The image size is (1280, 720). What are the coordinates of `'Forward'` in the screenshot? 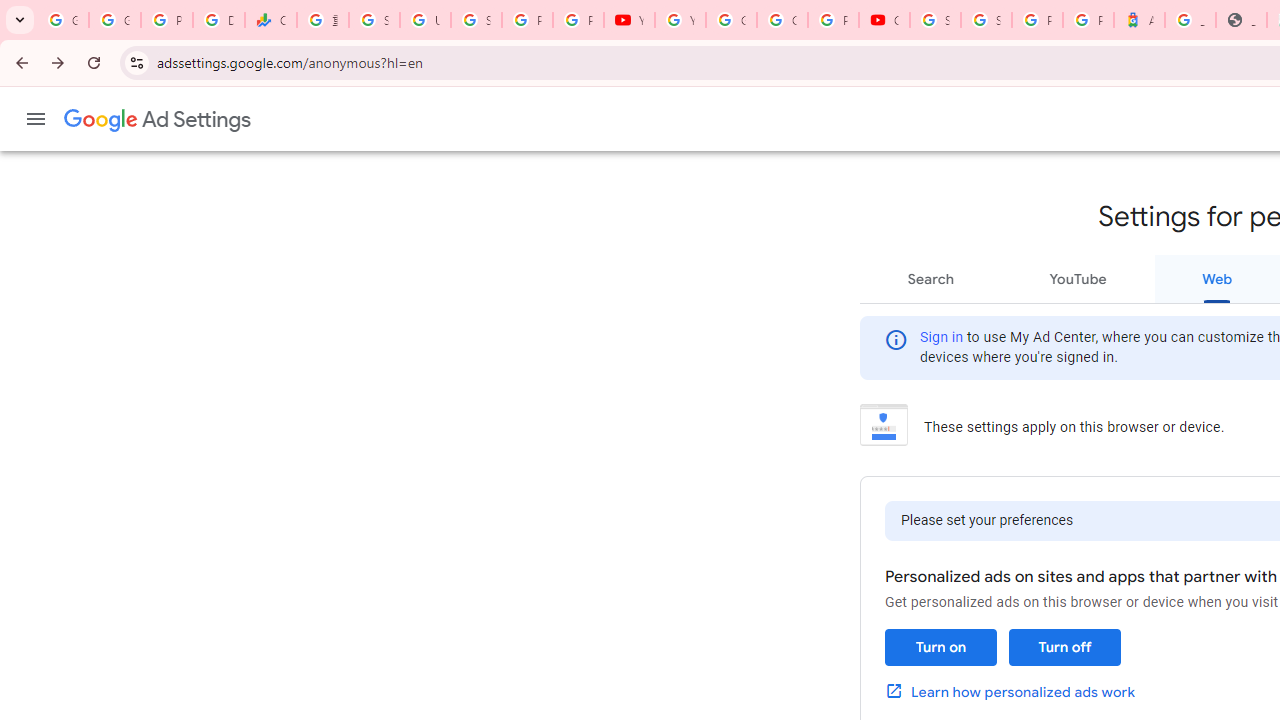 It's located at (58, 61).